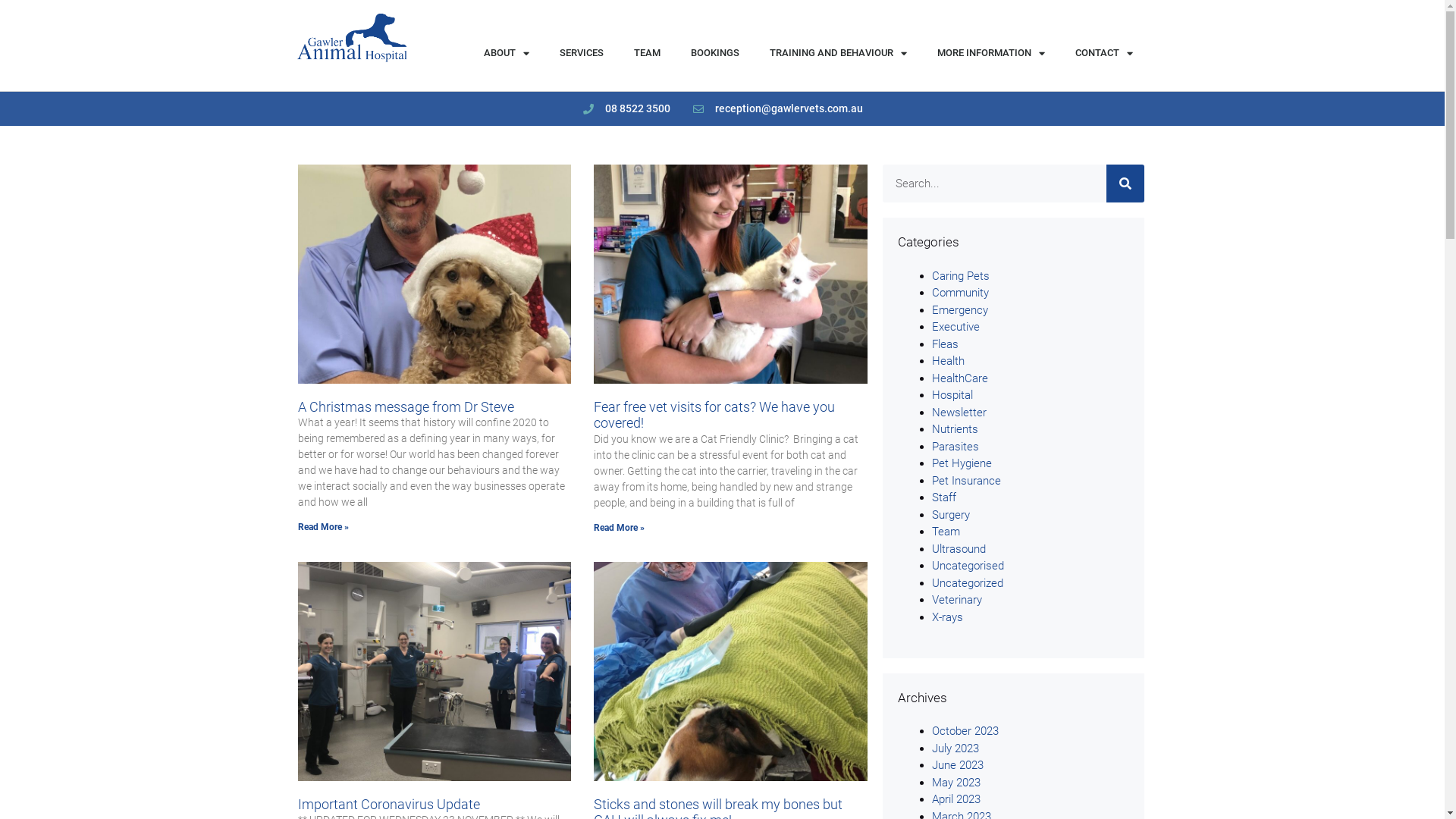  Describe the element at coordinates (626, 108) in the screenshot. I see `'08 8522 3500'` at that location.